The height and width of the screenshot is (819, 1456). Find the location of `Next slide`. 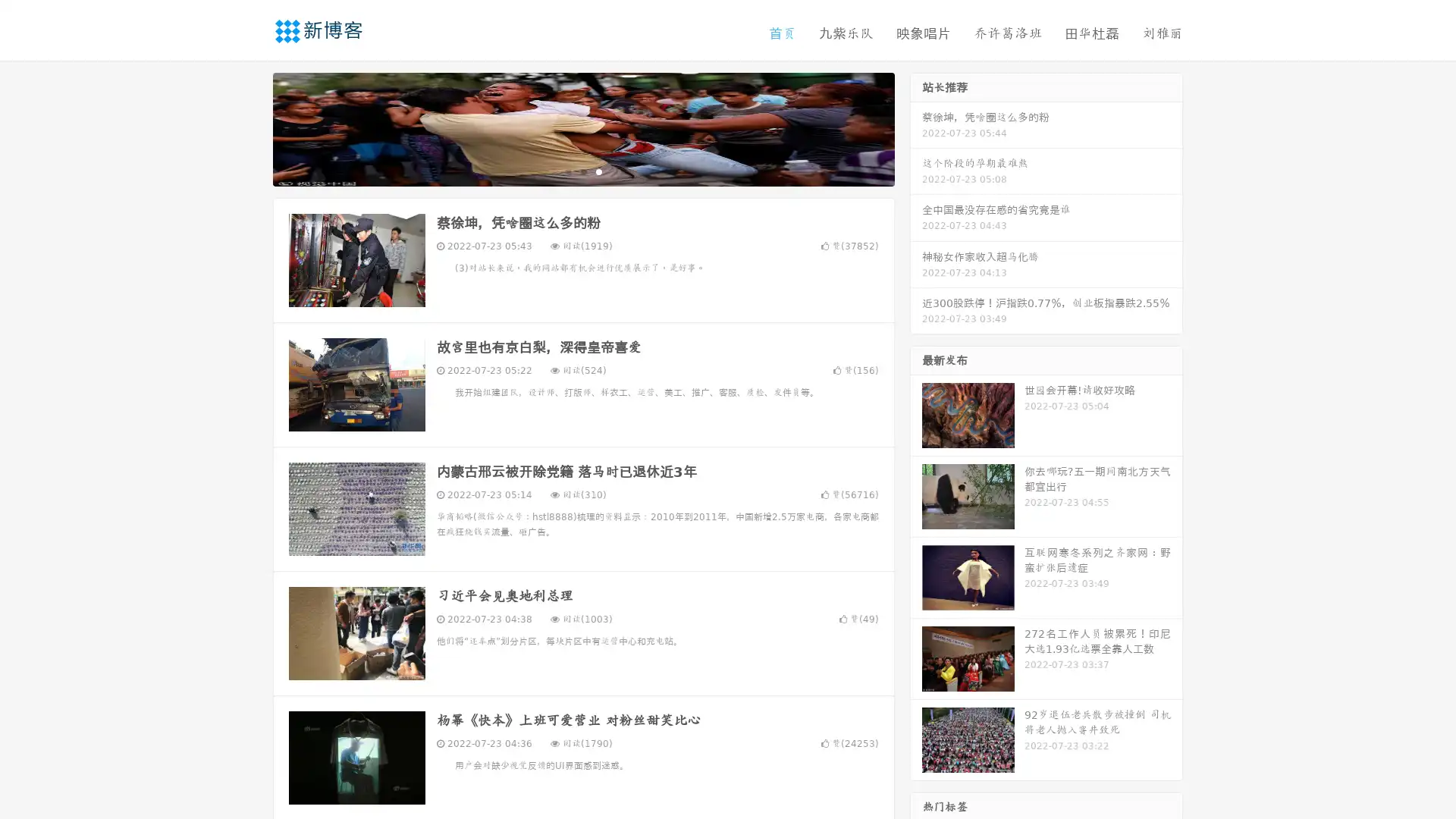

Next slide is located at coordinates (916, 127).